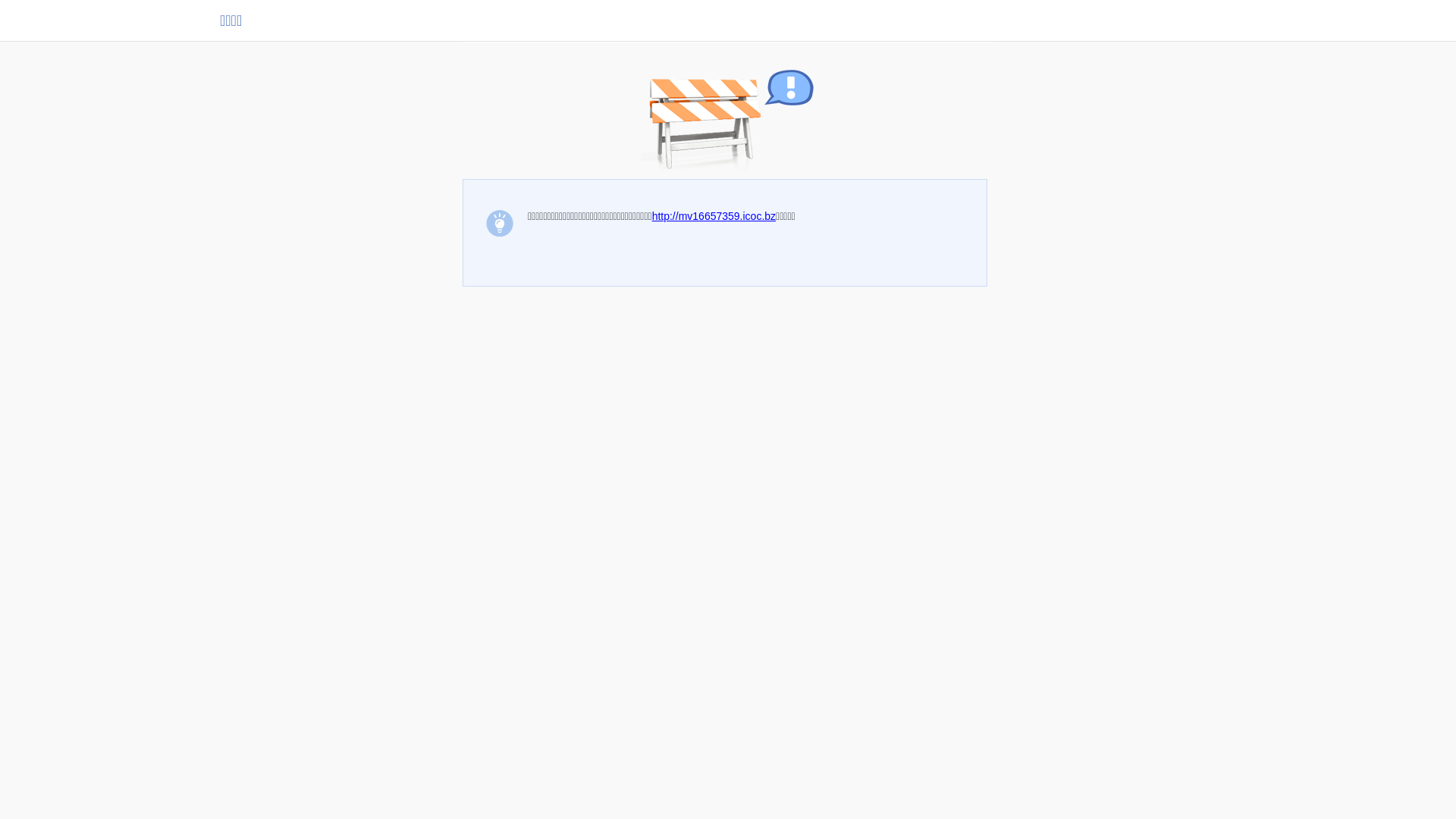 The height and width of the screenshot is (819, 1456). I want to click on 'http://mv16657359.icoc.bz', so click(651, 216).